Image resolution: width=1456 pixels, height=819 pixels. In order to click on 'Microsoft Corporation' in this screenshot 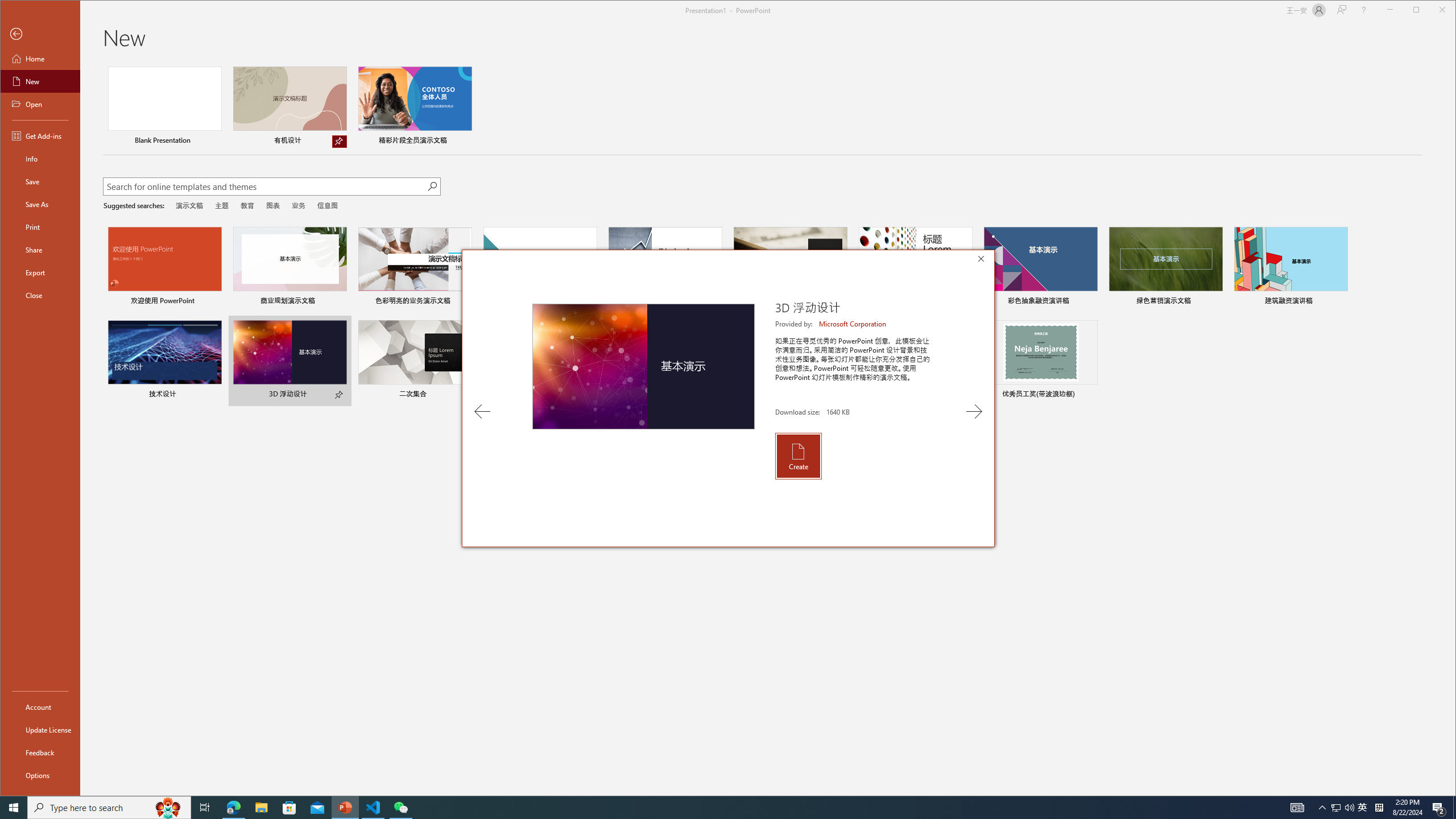, I will do `click(853, 323)`.